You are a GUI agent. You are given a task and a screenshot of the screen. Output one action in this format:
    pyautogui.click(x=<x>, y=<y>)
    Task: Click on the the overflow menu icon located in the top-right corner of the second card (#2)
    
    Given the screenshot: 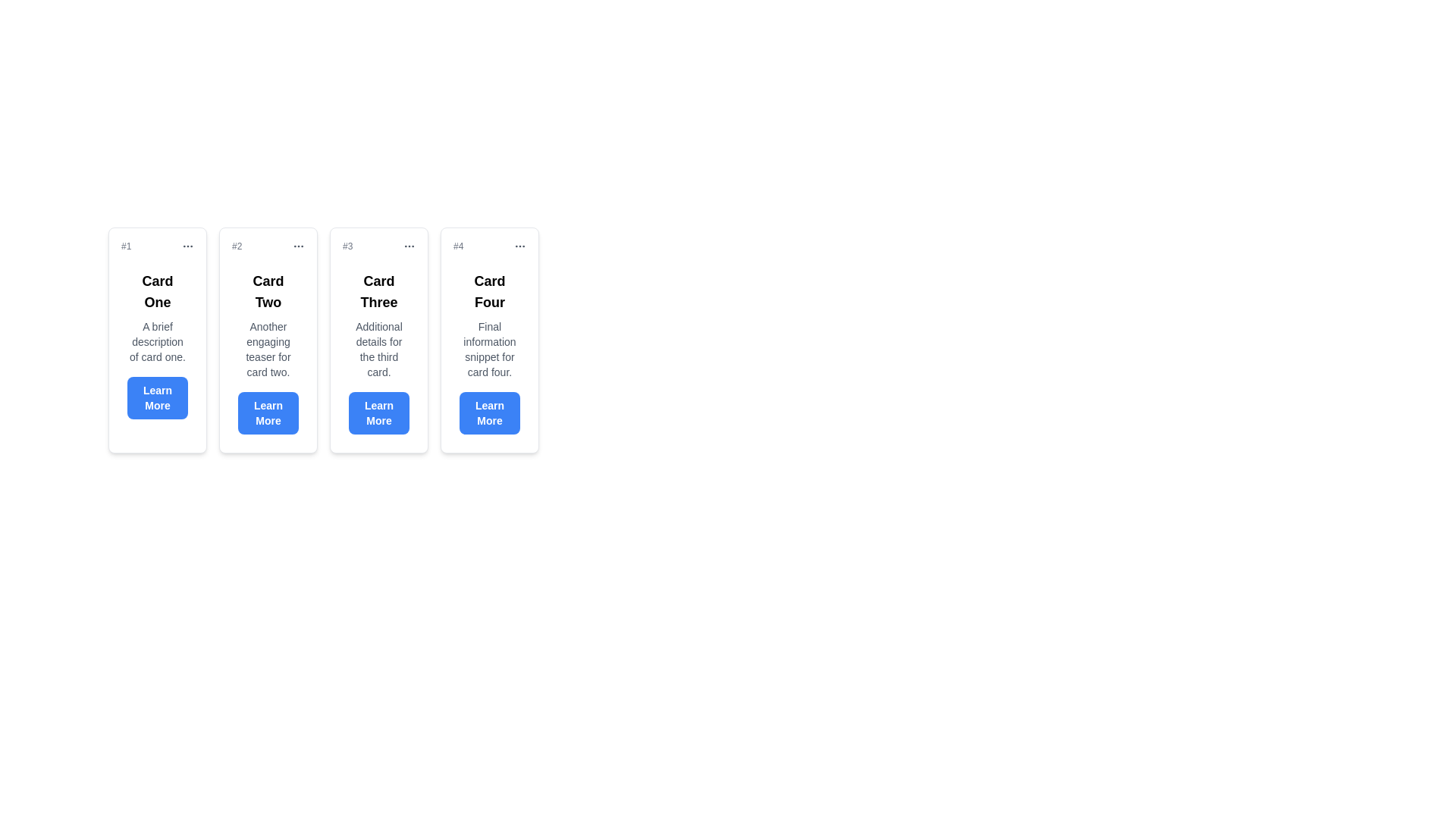 What is the action you would take?
    pyautogui.click(x=298, y=245)
    